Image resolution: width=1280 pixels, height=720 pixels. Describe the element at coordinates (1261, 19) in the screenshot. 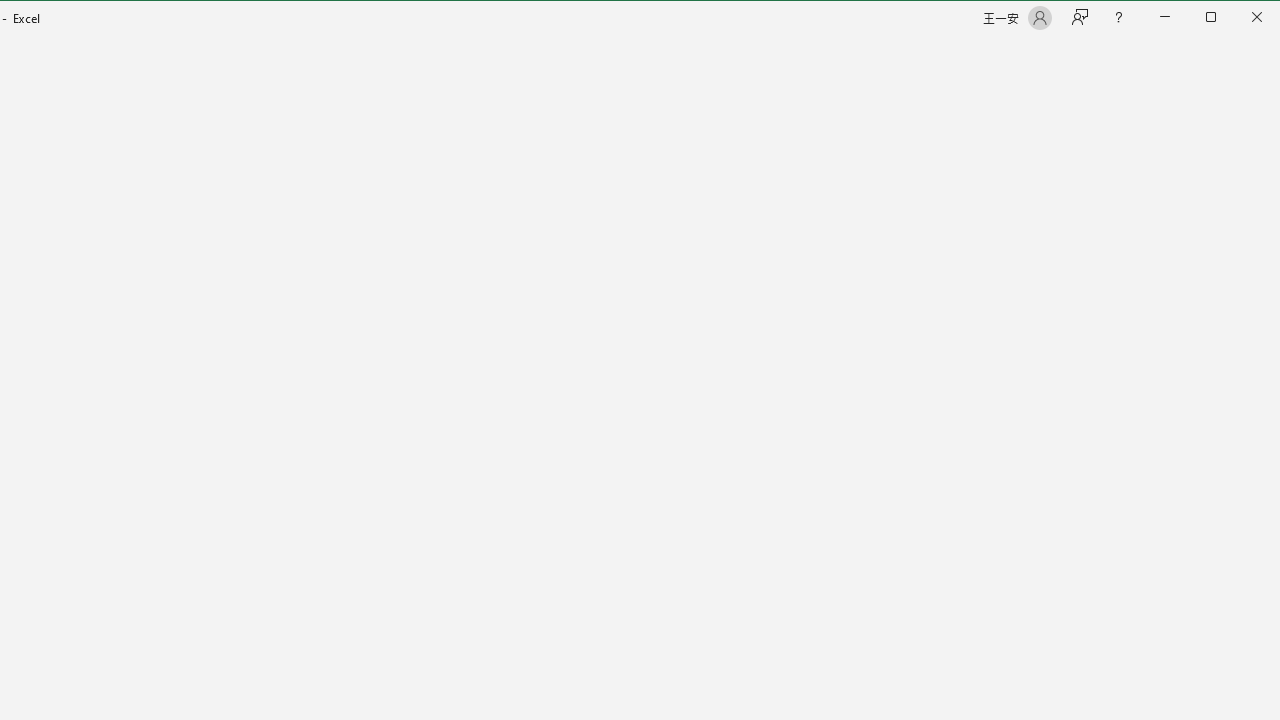

I see `'Close'` at that location.